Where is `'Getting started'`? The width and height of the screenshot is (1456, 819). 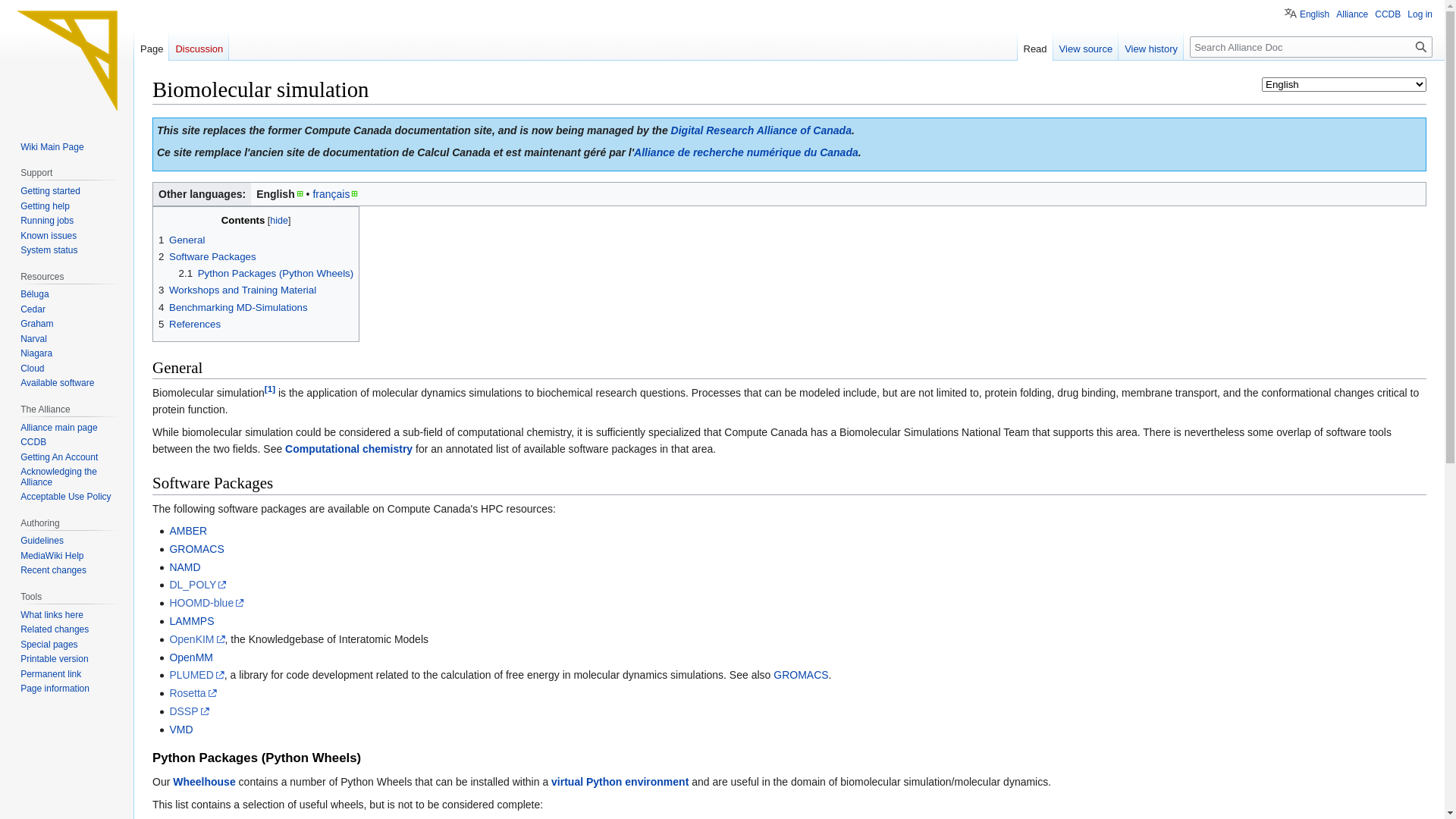 'Getting started' is located at coordinates (50, 190).